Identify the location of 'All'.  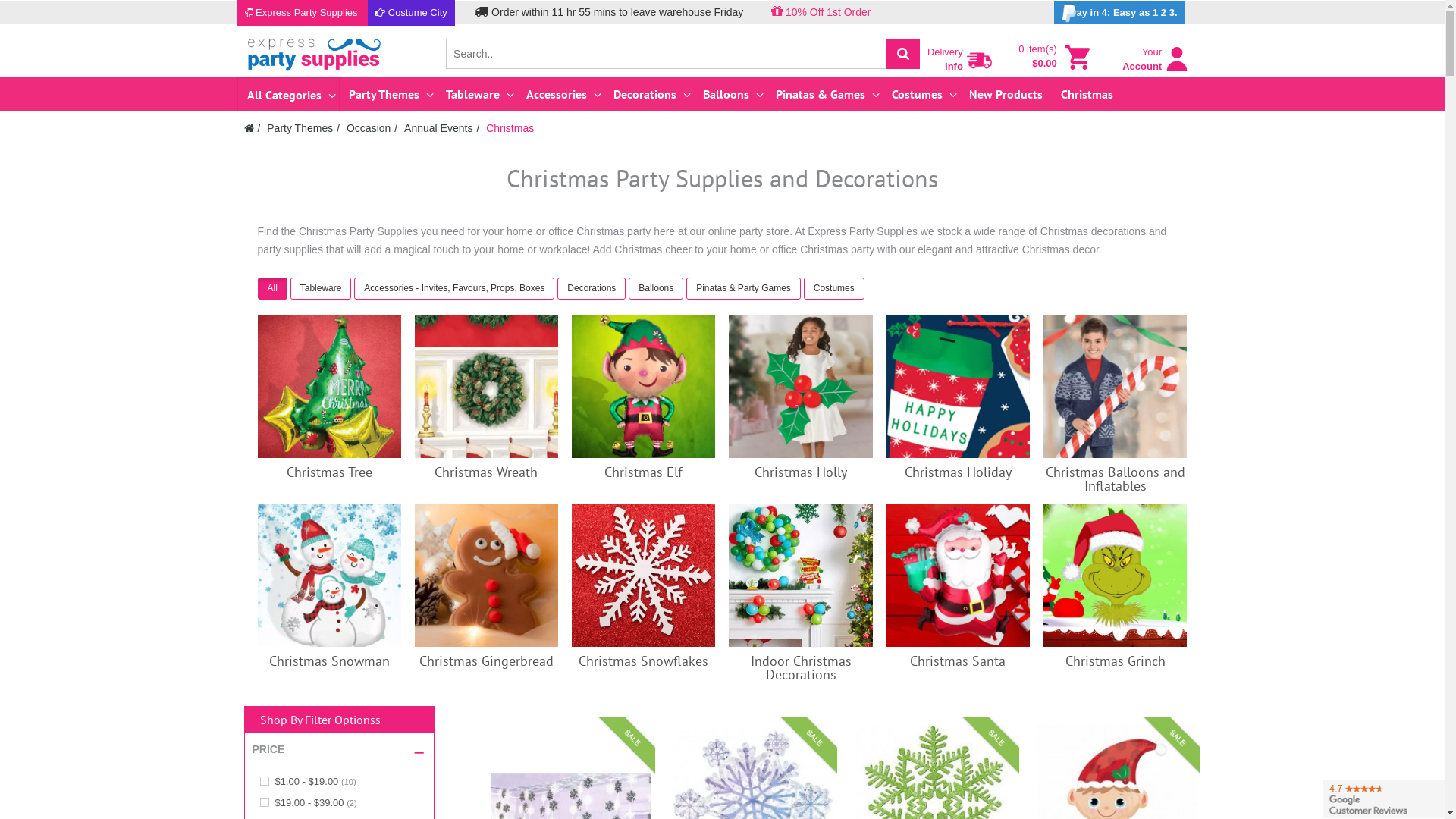
(272, 288).